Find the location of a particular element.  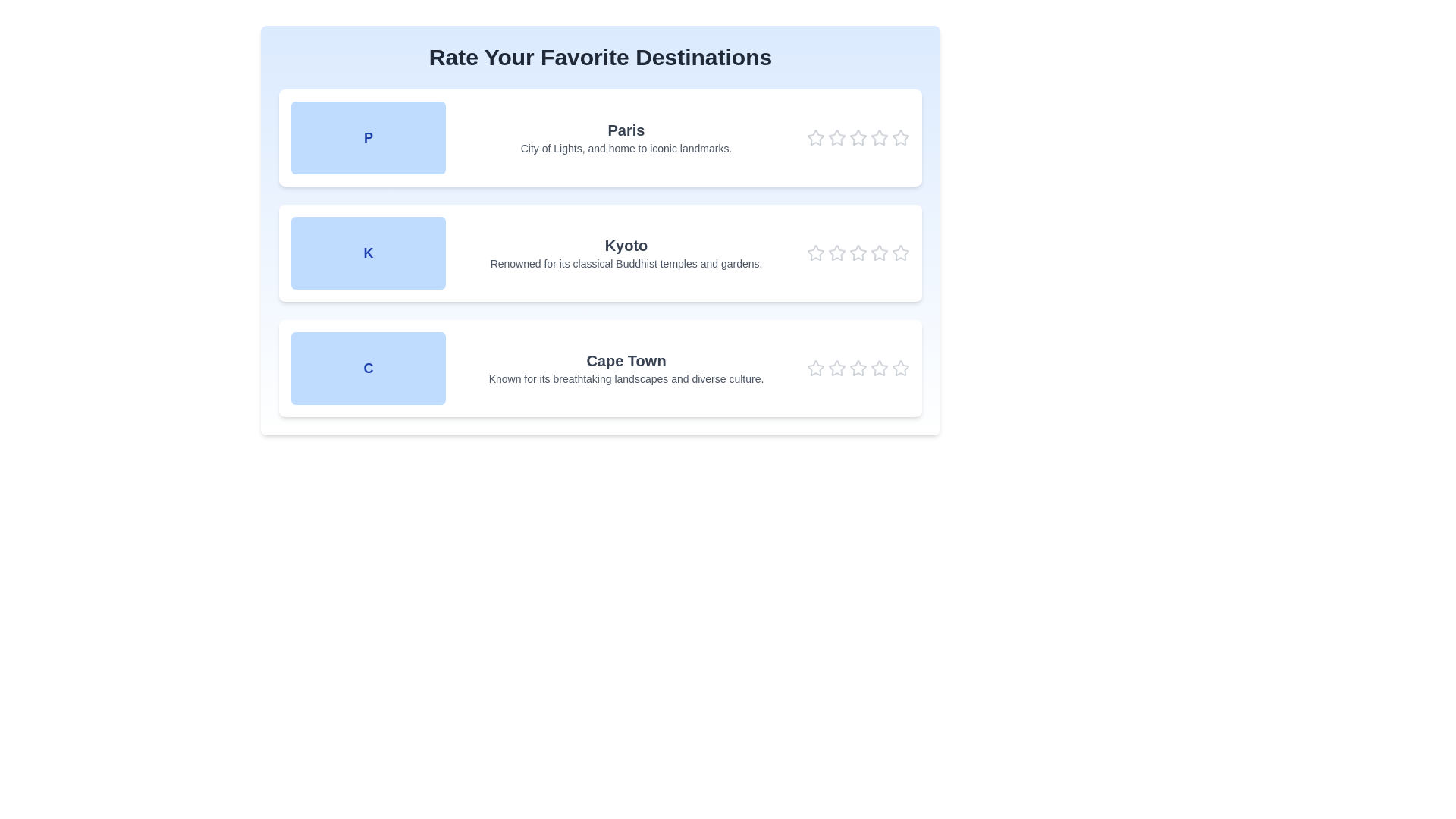

the text block displaying the heading 'Paris' and the subtitle 'City of Lights, and home to iconic landmarks.' This element is located in the first row of a card-based interface, below a blue box with the letter 'P' and above a row of stars for rating is located at coordinates (626, 137).